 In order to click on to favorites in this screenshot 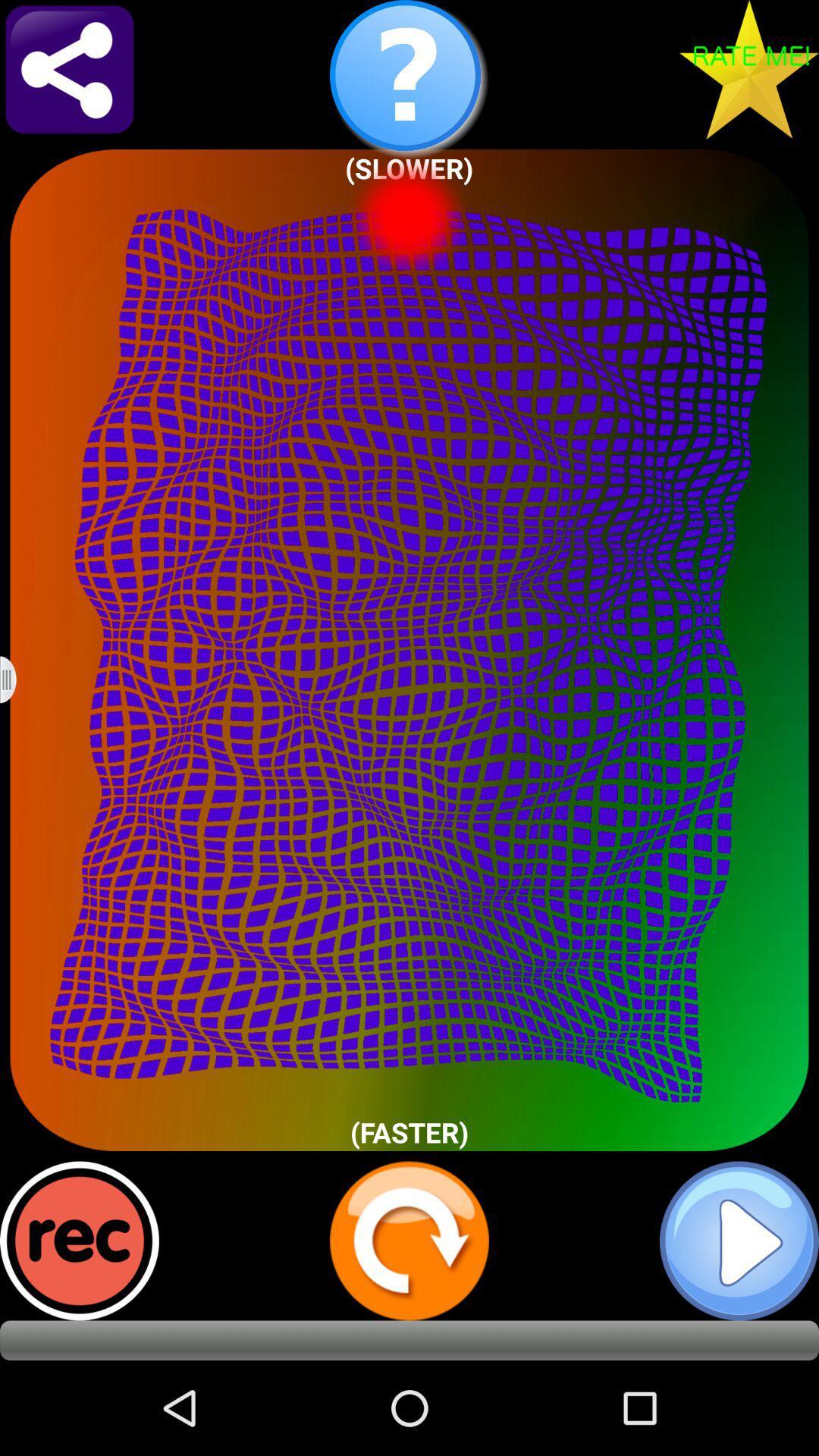, I will do `click(748, 68)`.